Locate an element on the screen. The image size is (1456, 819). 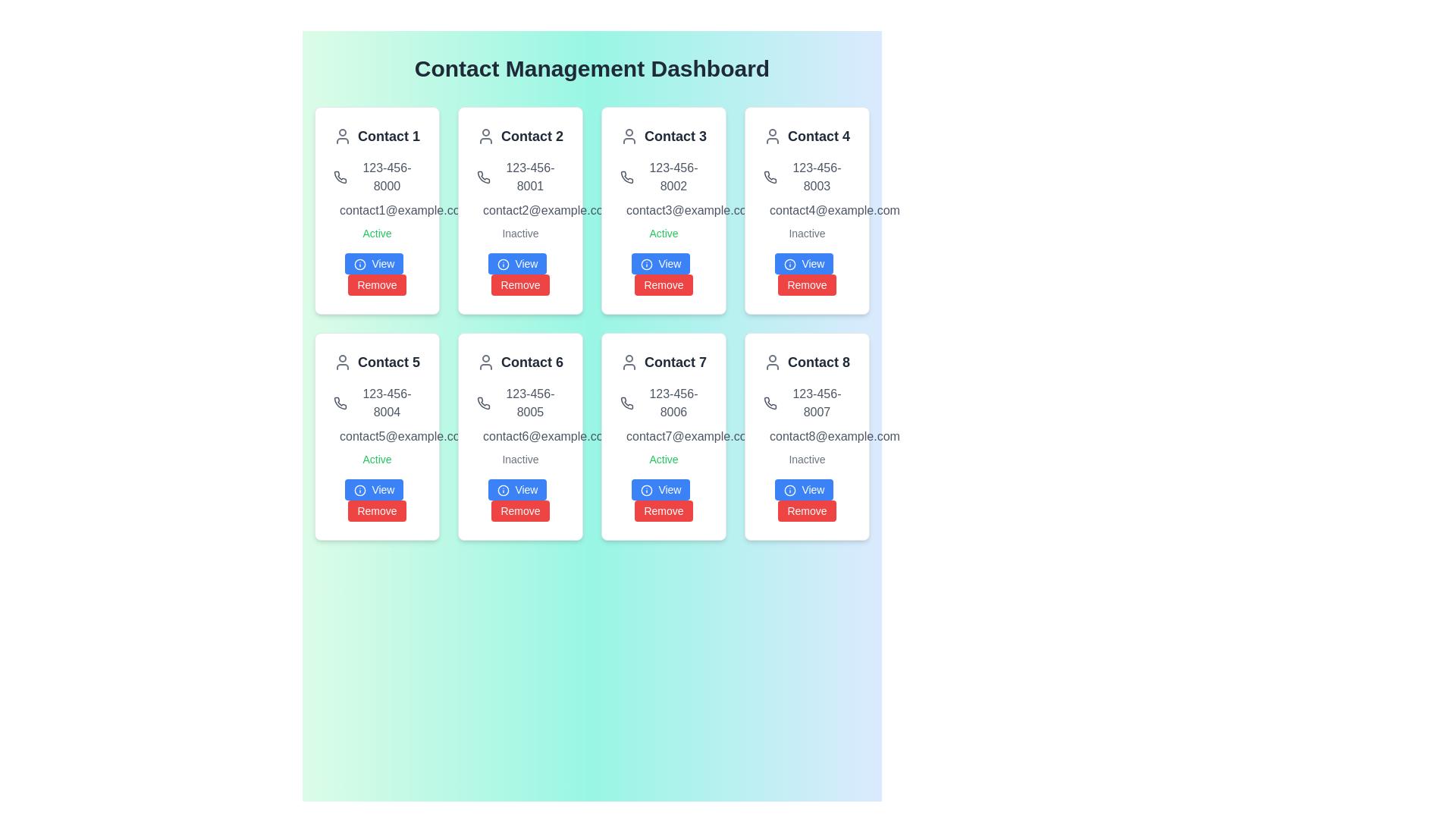
the blue 'View' button with white text and an 'i' icon is located at coordinates (803, 489).